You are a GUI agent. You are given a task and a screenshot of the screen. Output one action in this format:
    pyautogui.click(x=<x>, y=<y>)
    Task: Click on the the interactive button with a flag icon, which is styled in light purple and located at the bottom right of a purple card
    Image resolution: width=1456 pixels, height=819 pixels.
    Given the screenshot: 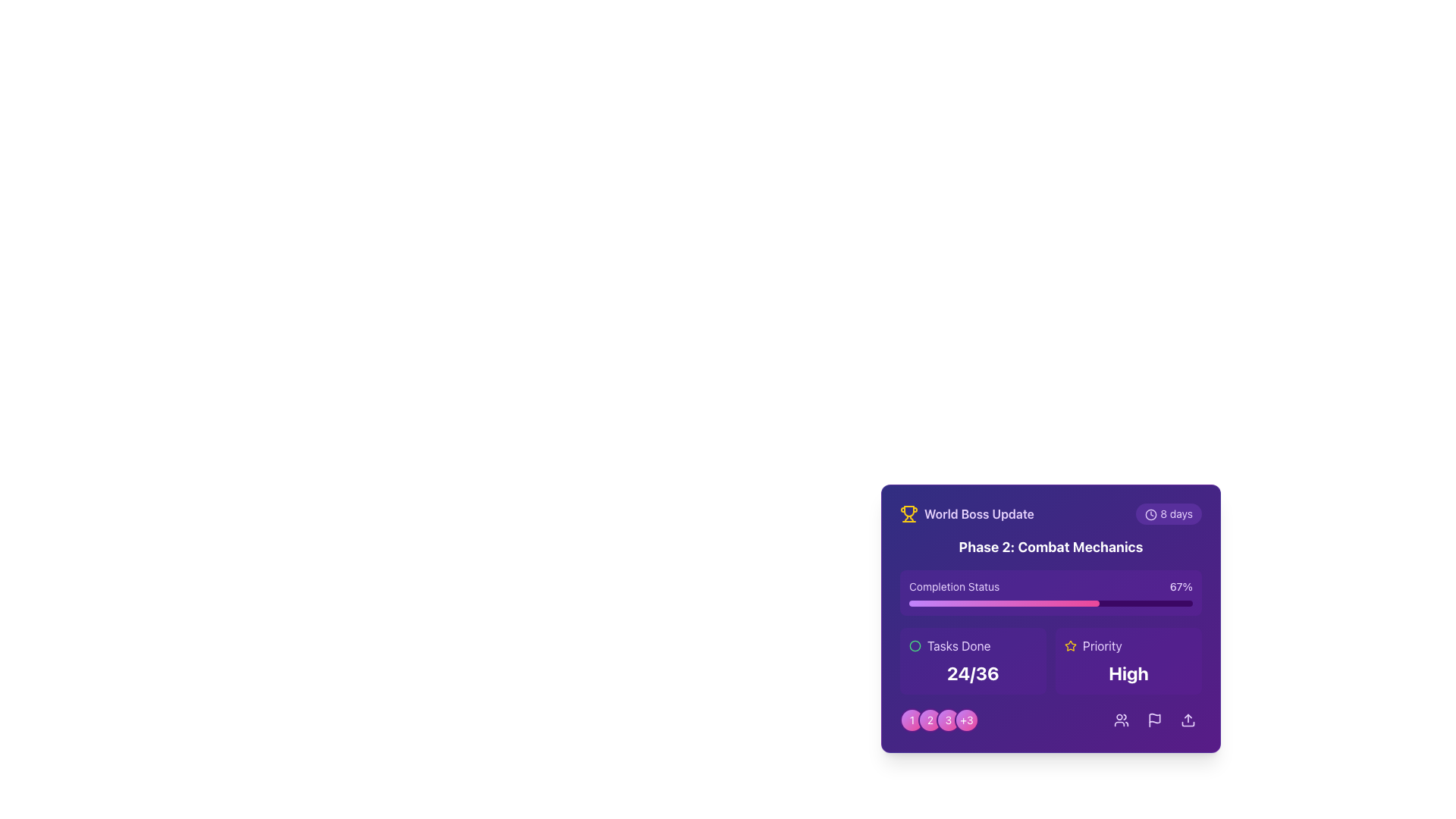 What is the action you would take?
    pyautogui.click(x=1153, y=719)
    